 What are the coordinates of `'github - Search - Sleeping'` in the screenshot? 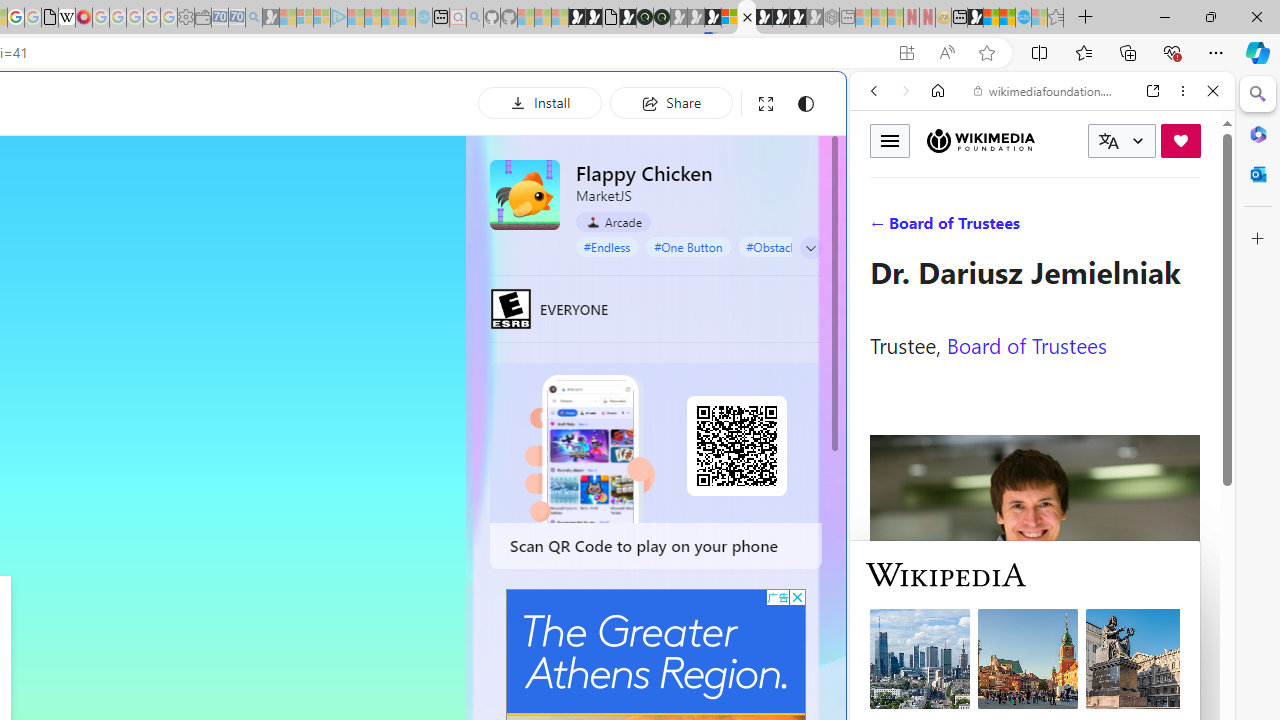 It's located at (473, 17).